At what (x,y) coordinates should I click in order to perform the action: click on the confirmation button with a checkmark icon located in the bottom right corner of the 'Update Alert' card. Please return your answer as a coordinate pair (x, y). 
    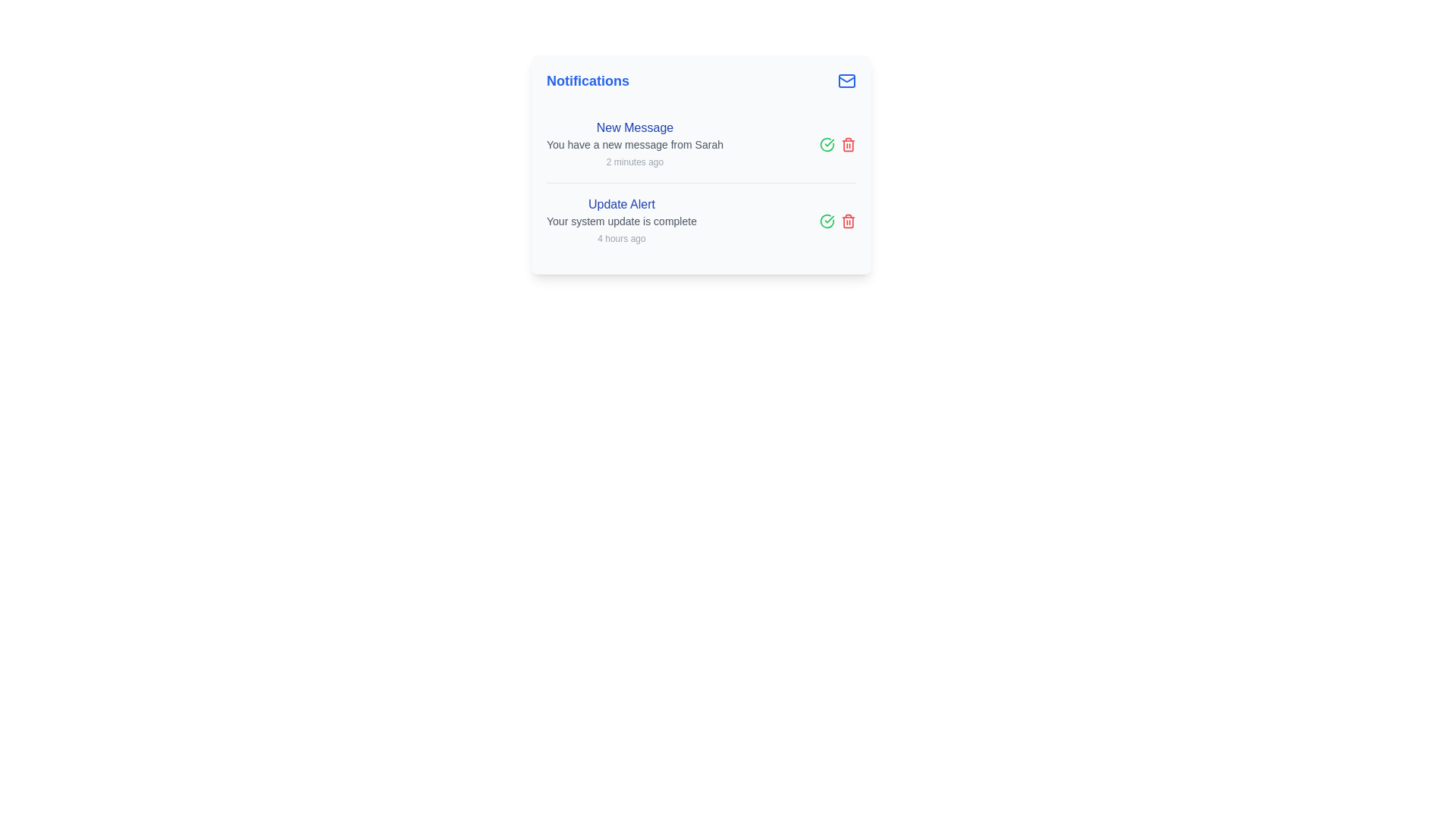
    Looking at the image, I should click on (836, 221).